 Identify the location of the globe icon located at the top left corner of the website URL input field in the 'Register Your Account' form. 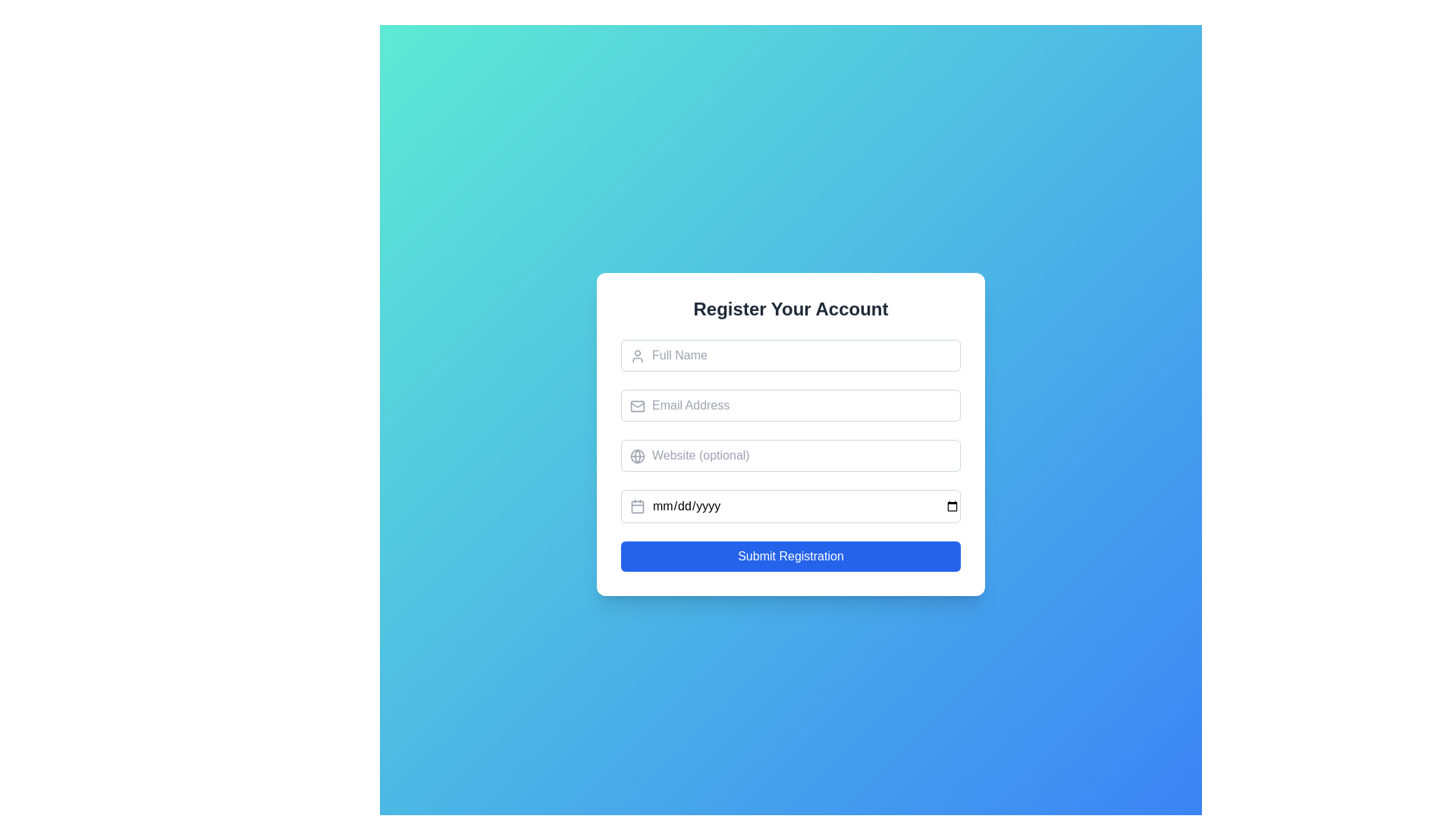
(637, 455).